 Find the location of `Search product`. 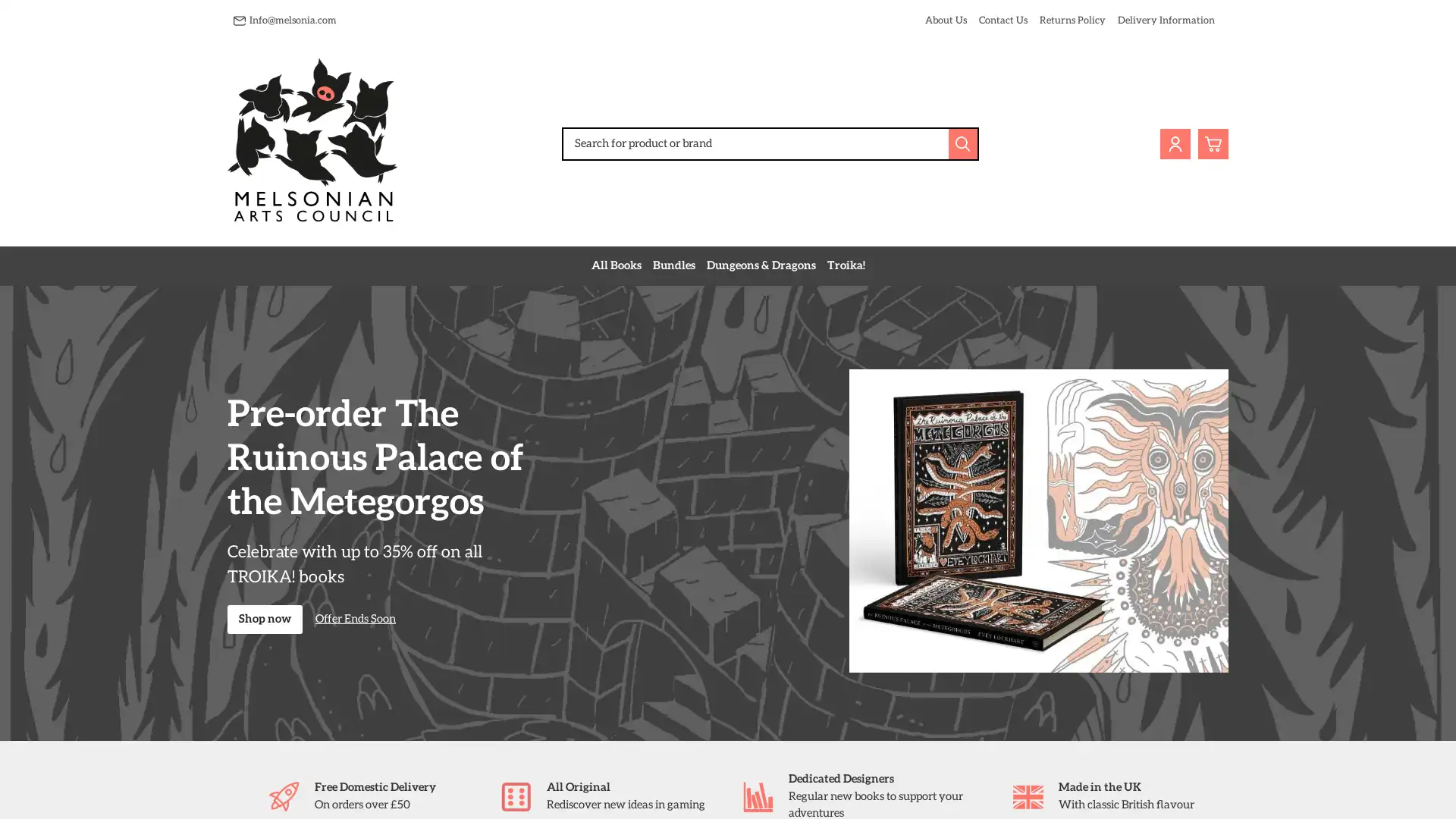

Search product is located at coordinates (963, 143).